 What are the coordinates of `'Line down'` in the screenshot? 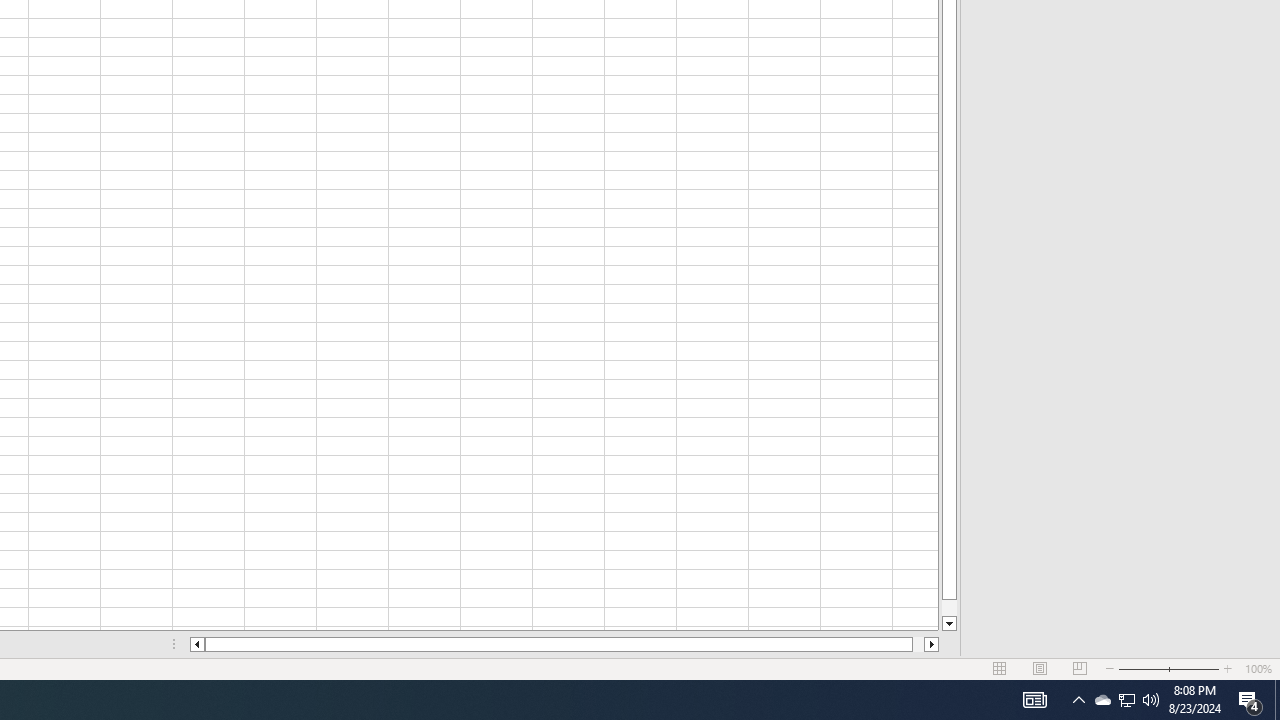 It's located at (948, 623).